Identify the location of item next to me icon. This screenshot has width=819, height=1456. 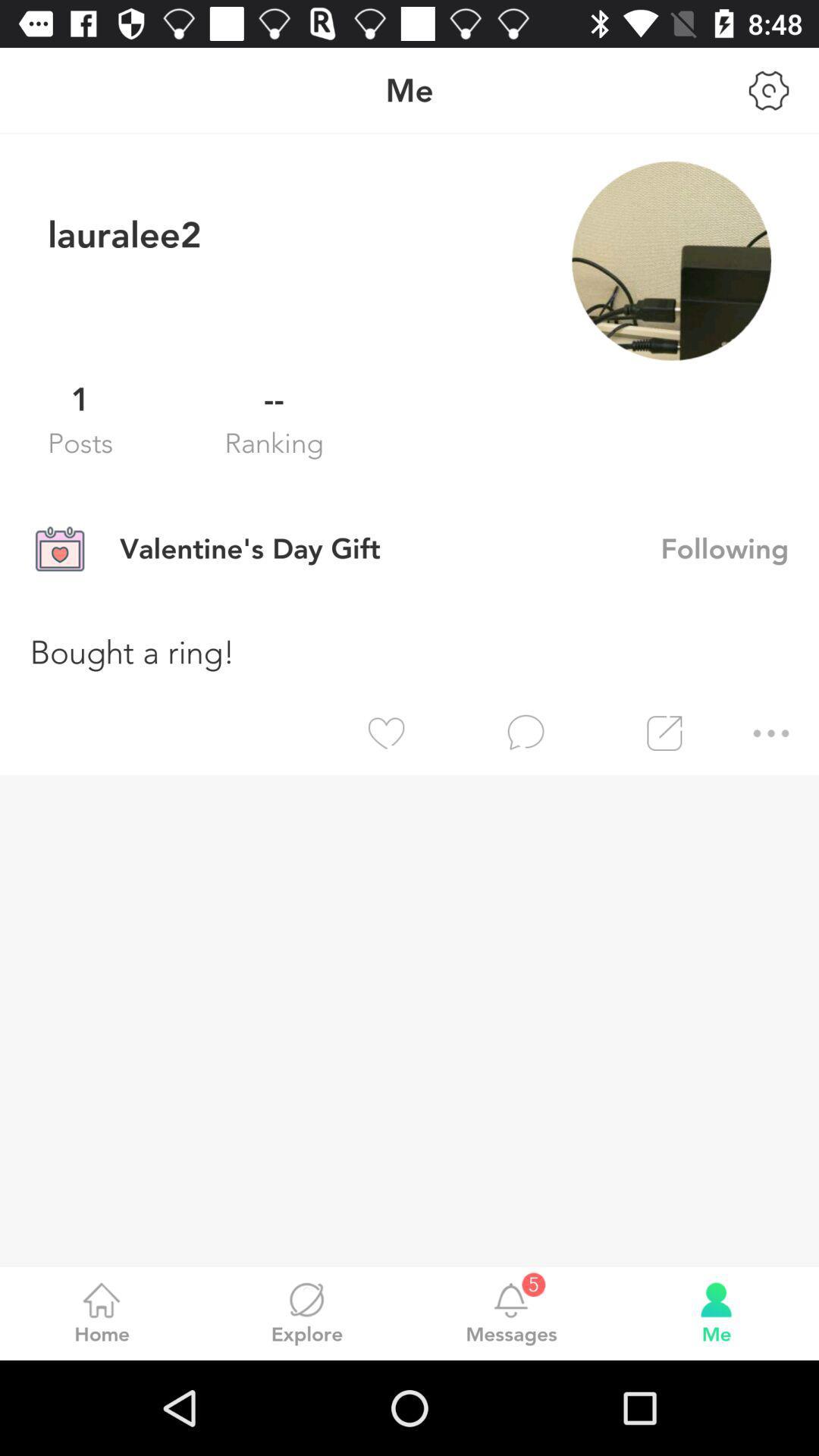
(769, 89).